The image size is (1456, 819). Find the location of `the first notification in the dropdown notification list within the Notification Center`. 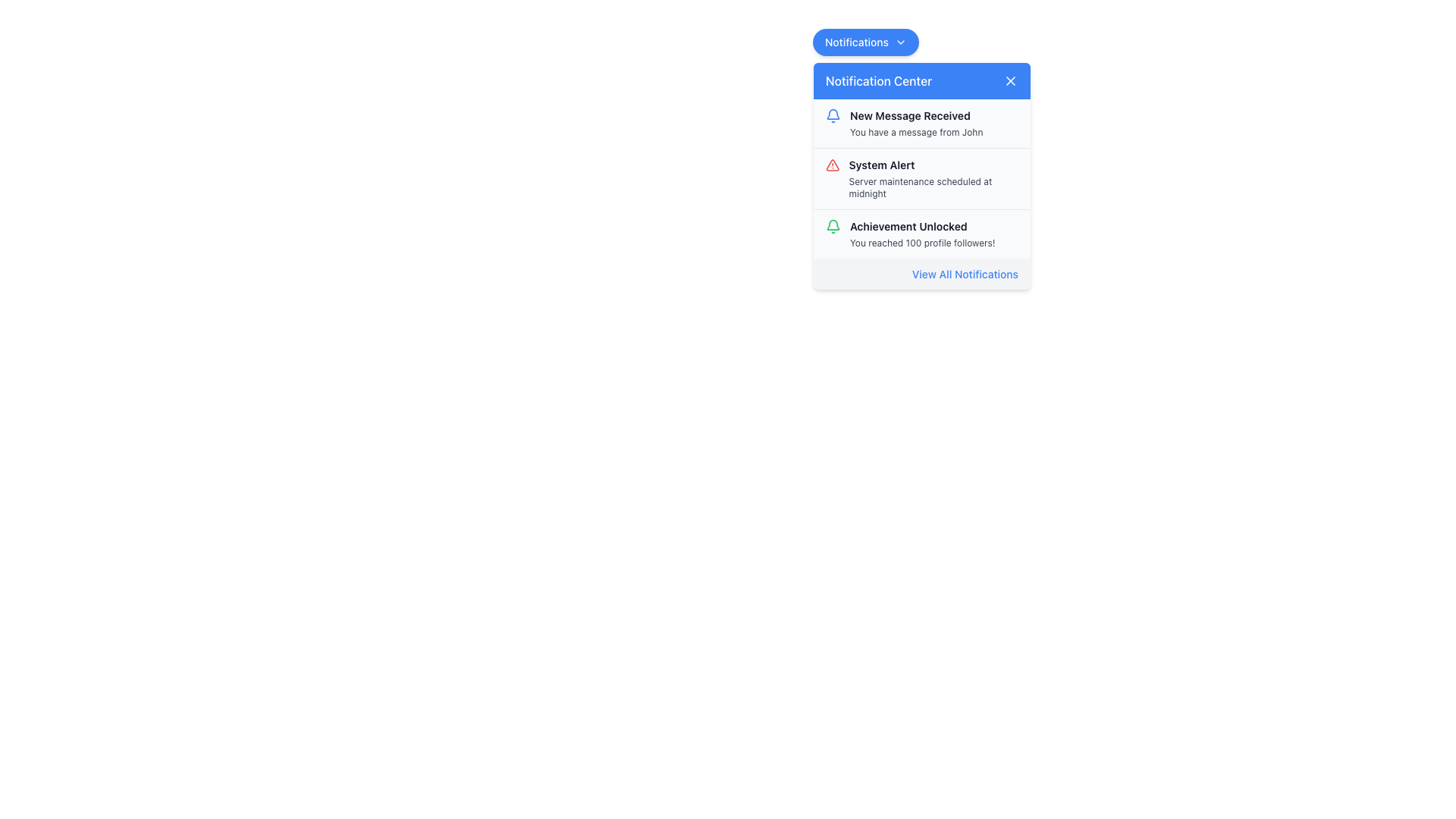

the first notification in the dropdown notification list within the Notification Center is located at coordinates (915, 122).